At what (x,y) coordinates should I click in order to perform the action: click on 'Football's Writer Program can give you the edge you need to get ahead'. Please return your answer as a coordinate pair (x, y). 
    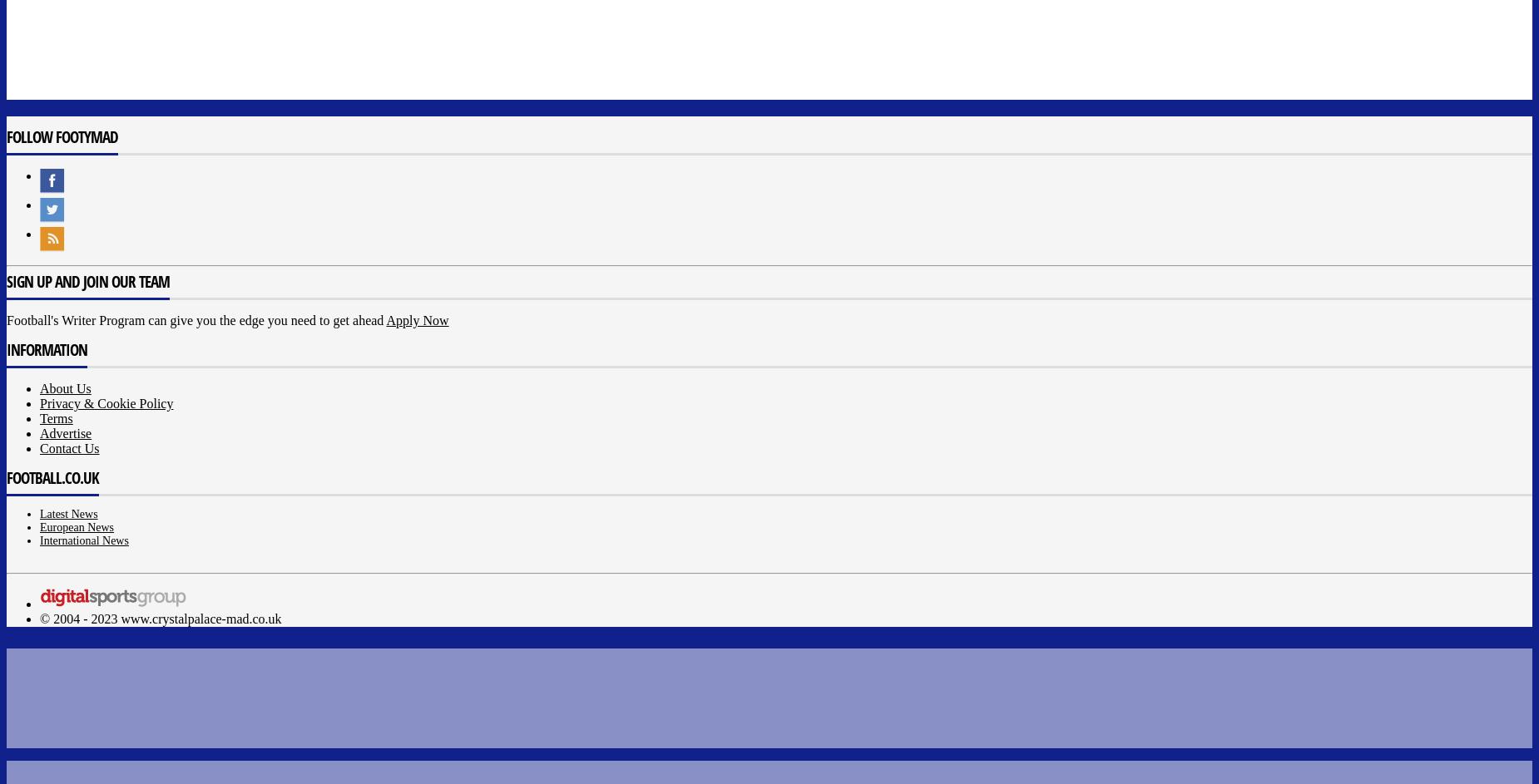
    Looking at the image, I should click on (195, 319).